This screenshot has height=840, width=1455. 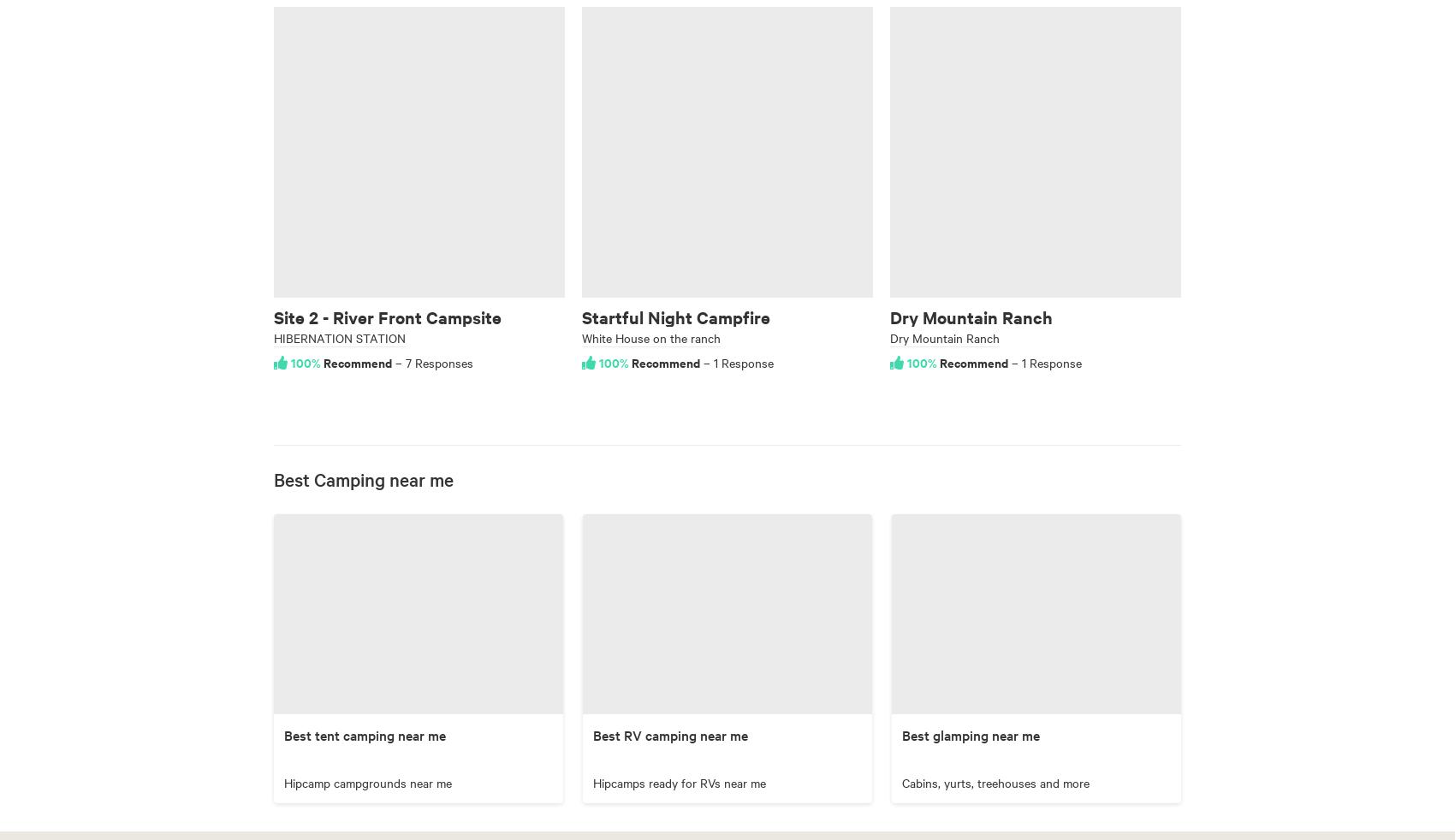 I want to click on 'Best Camping near me', so click(x=364, y=476).